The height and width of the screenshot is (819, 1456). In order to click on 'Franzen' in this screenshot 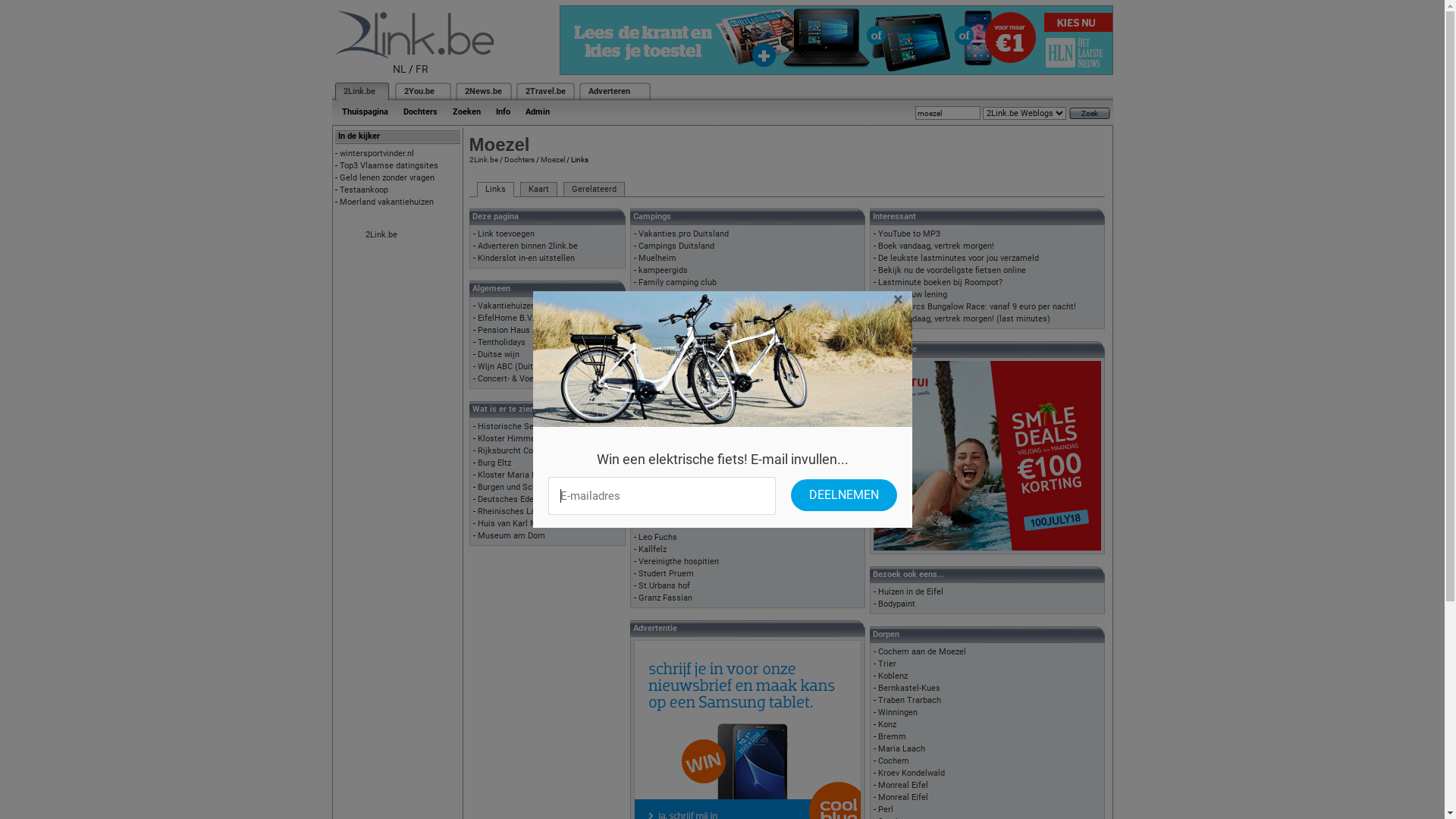, I will do `click(653, 512)`.